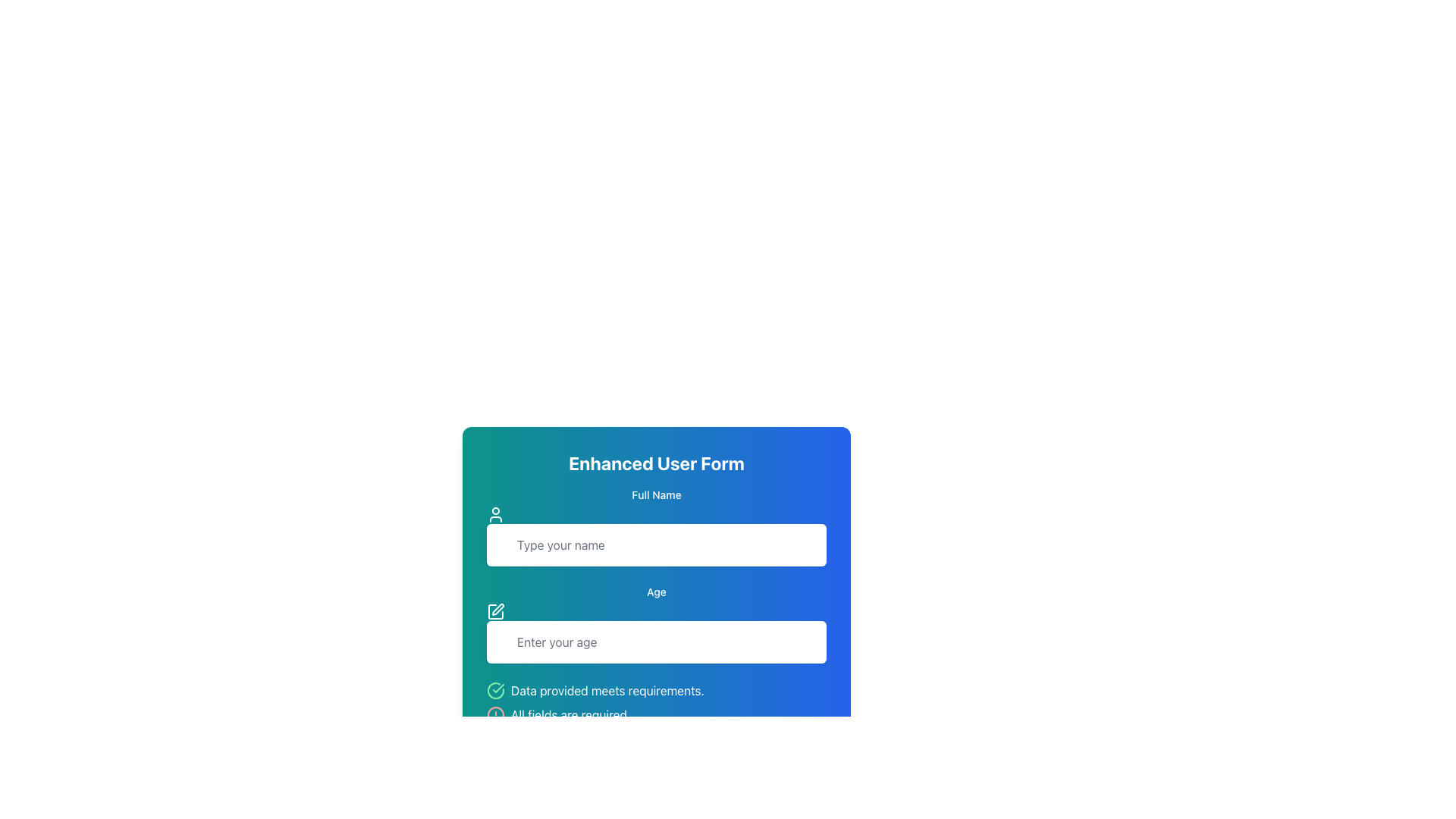 This screenshot has height=819, width=1456. Describe the element at coordinates (656, 623) in the screenshot. I see `the Text input field for age input to focus it, located directly below the 'Full Name' input field in the form` at that location.